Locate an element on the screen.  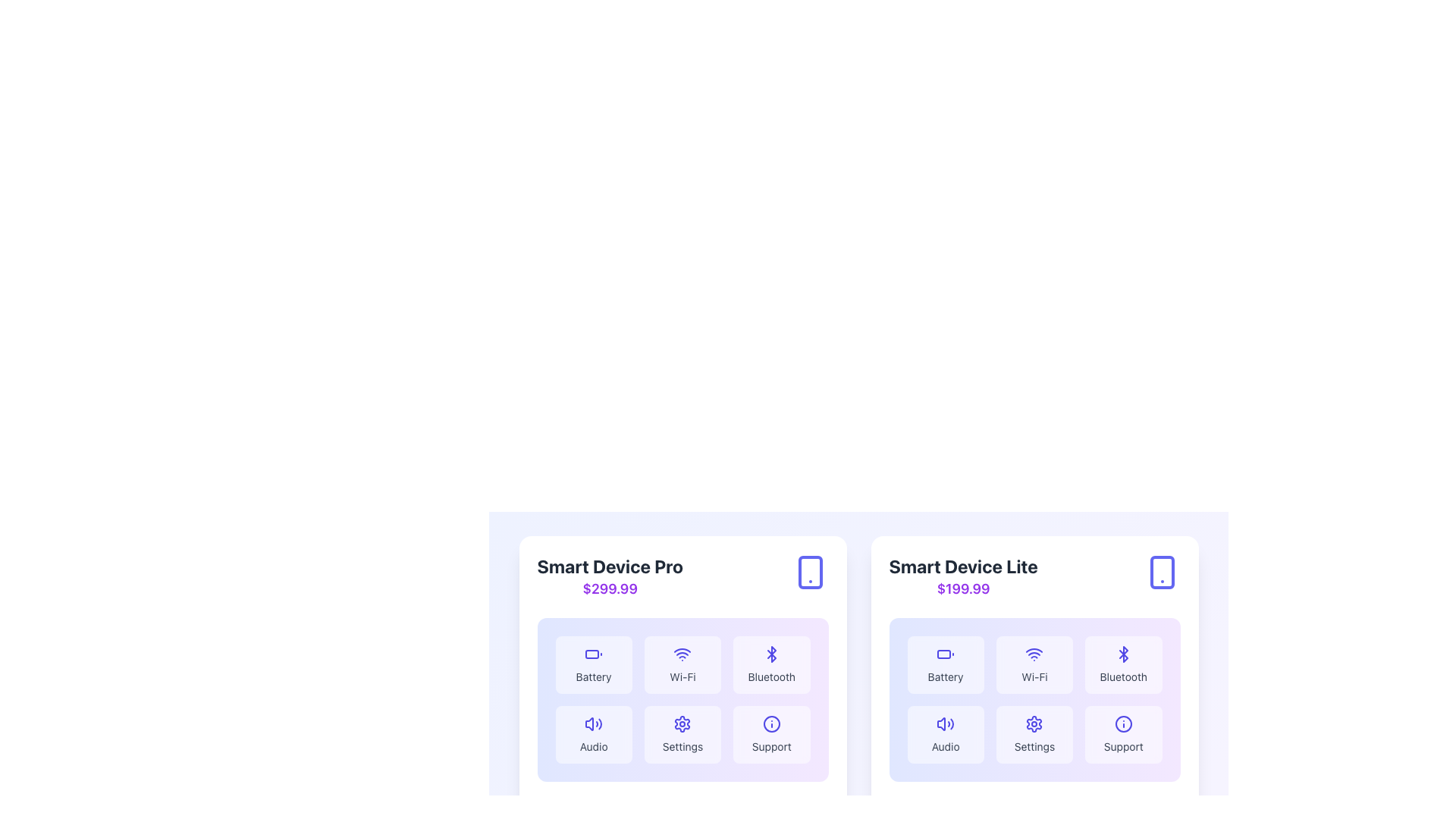
the button labeled 'Battery' with a battery icon above it, located in the 'Smart Device Pro' card for more information is located at coordinates (593, 664).